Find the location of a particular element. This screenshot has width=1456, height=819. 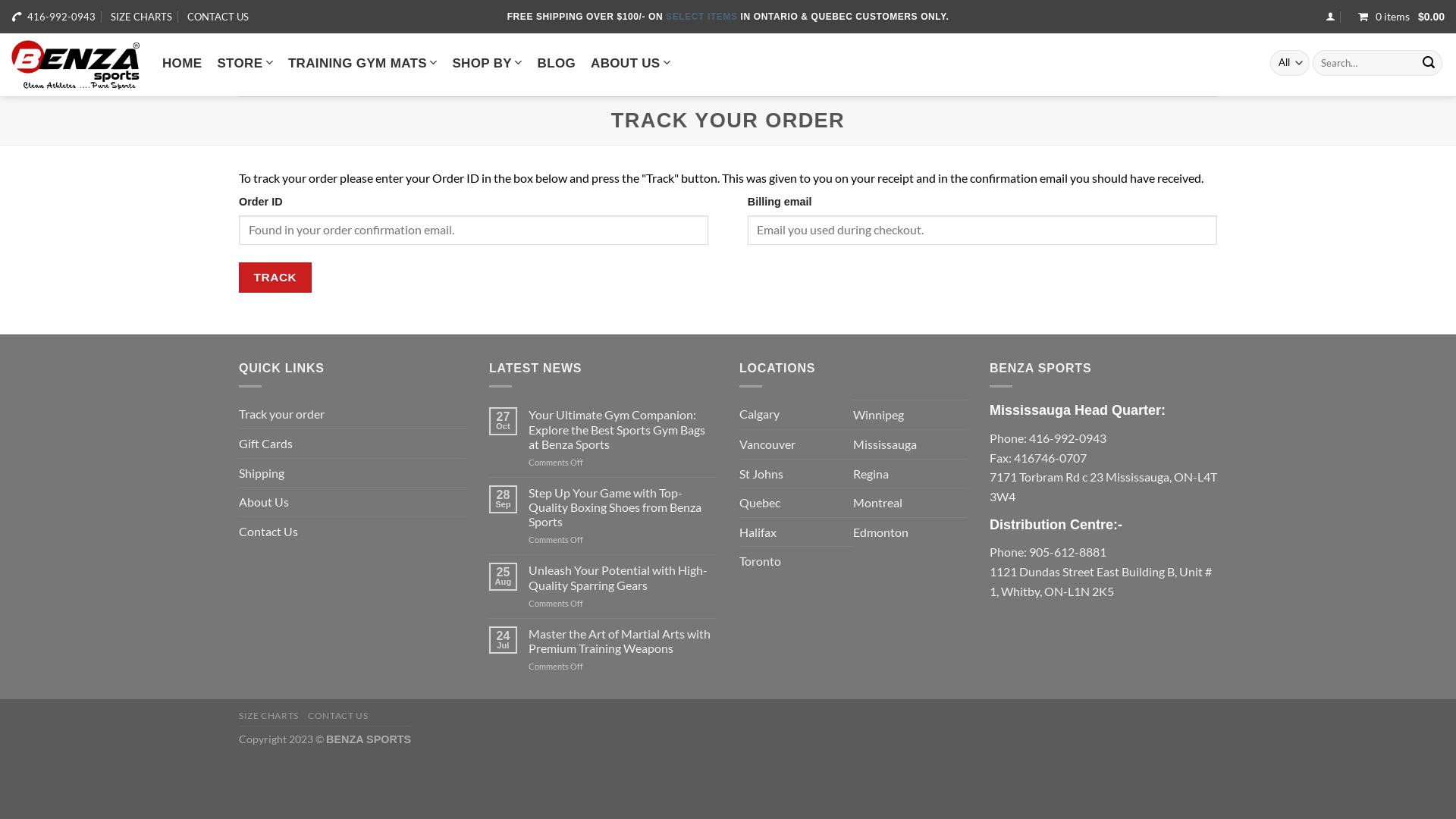

'HOME' is located at coordinates (182, 62).